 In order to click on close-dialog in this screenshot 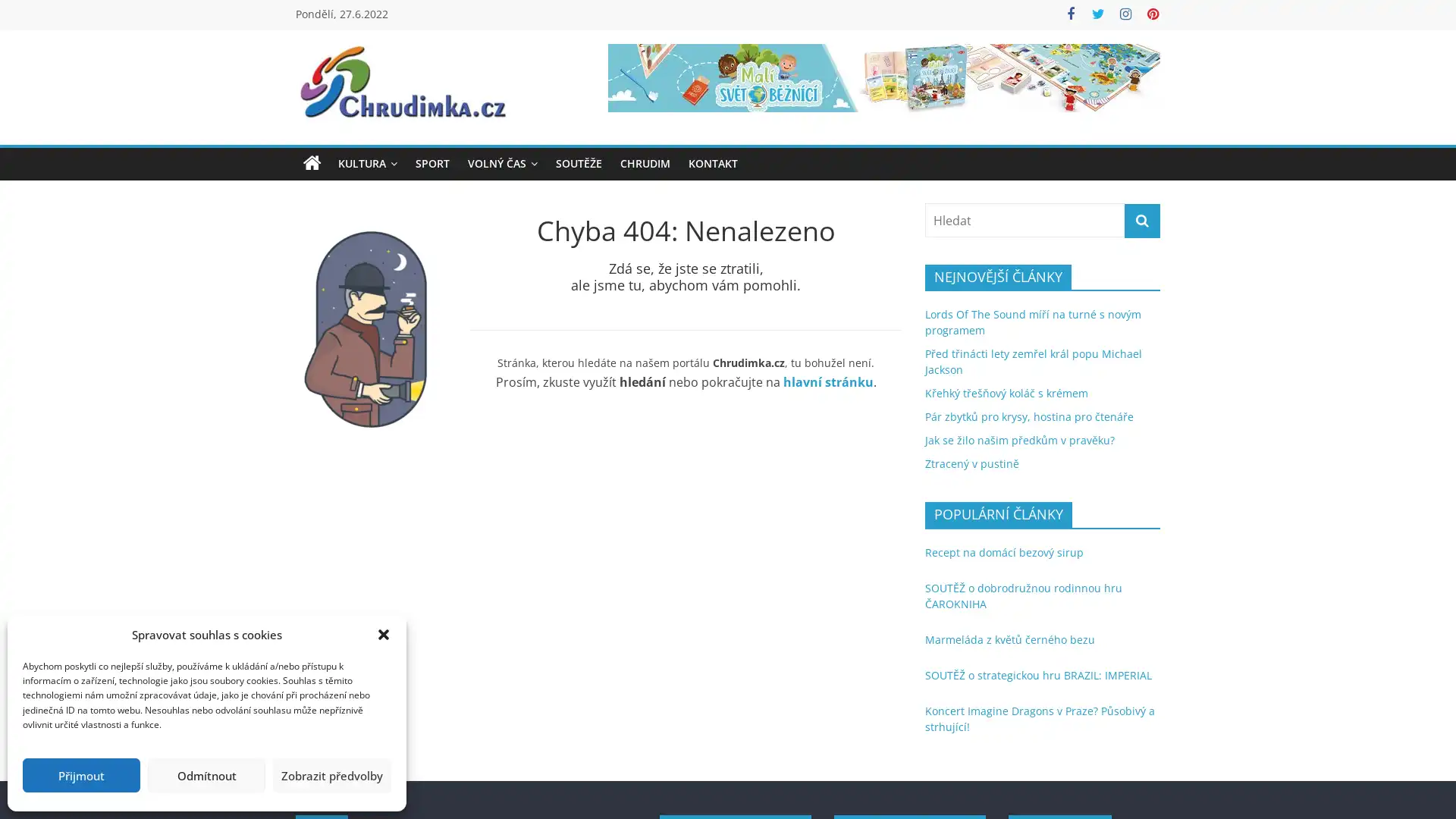, I will do `click(383, 635)`.